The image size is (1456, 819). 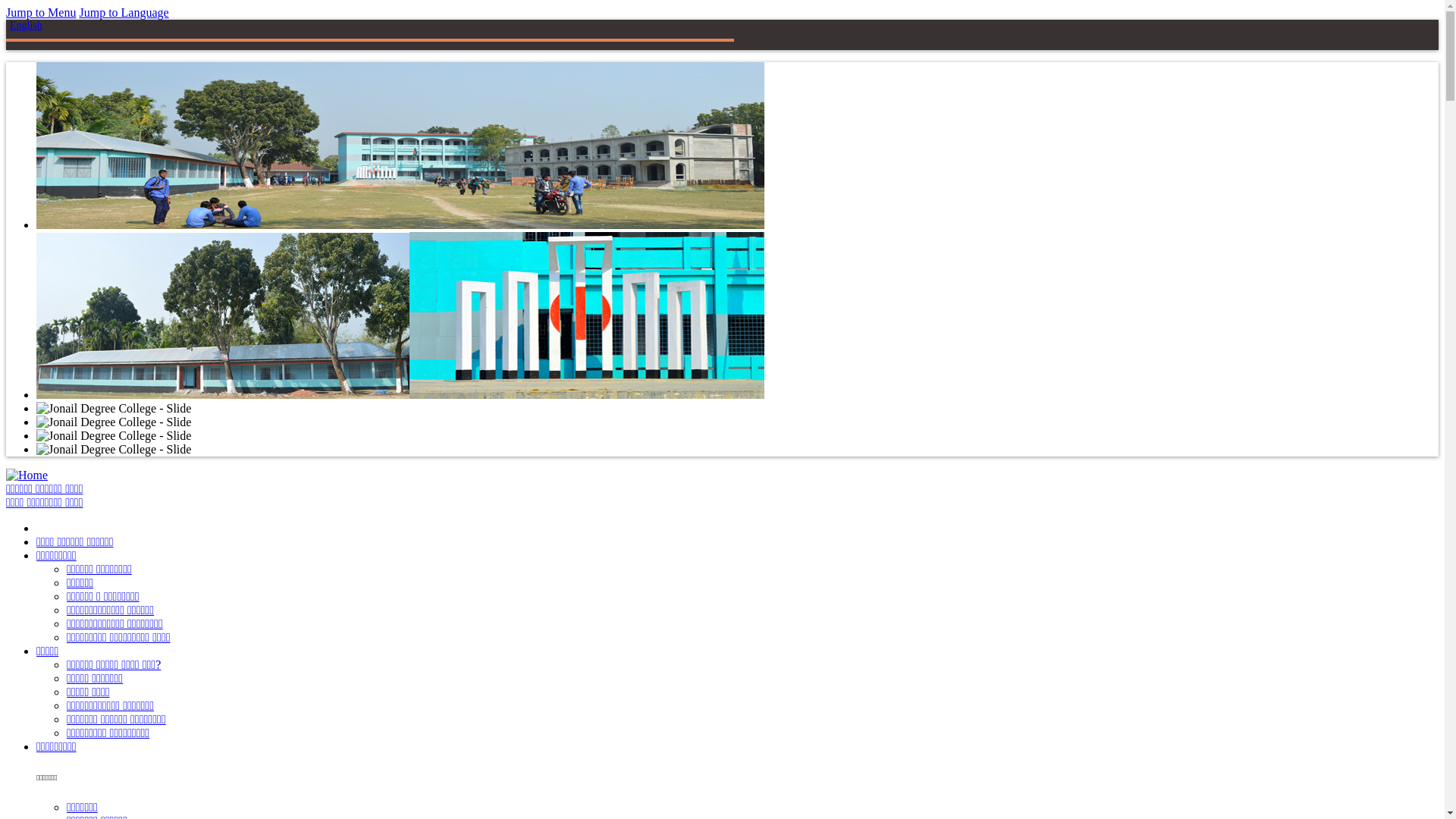 I want to click on 'English', so click(x=26, y=25).